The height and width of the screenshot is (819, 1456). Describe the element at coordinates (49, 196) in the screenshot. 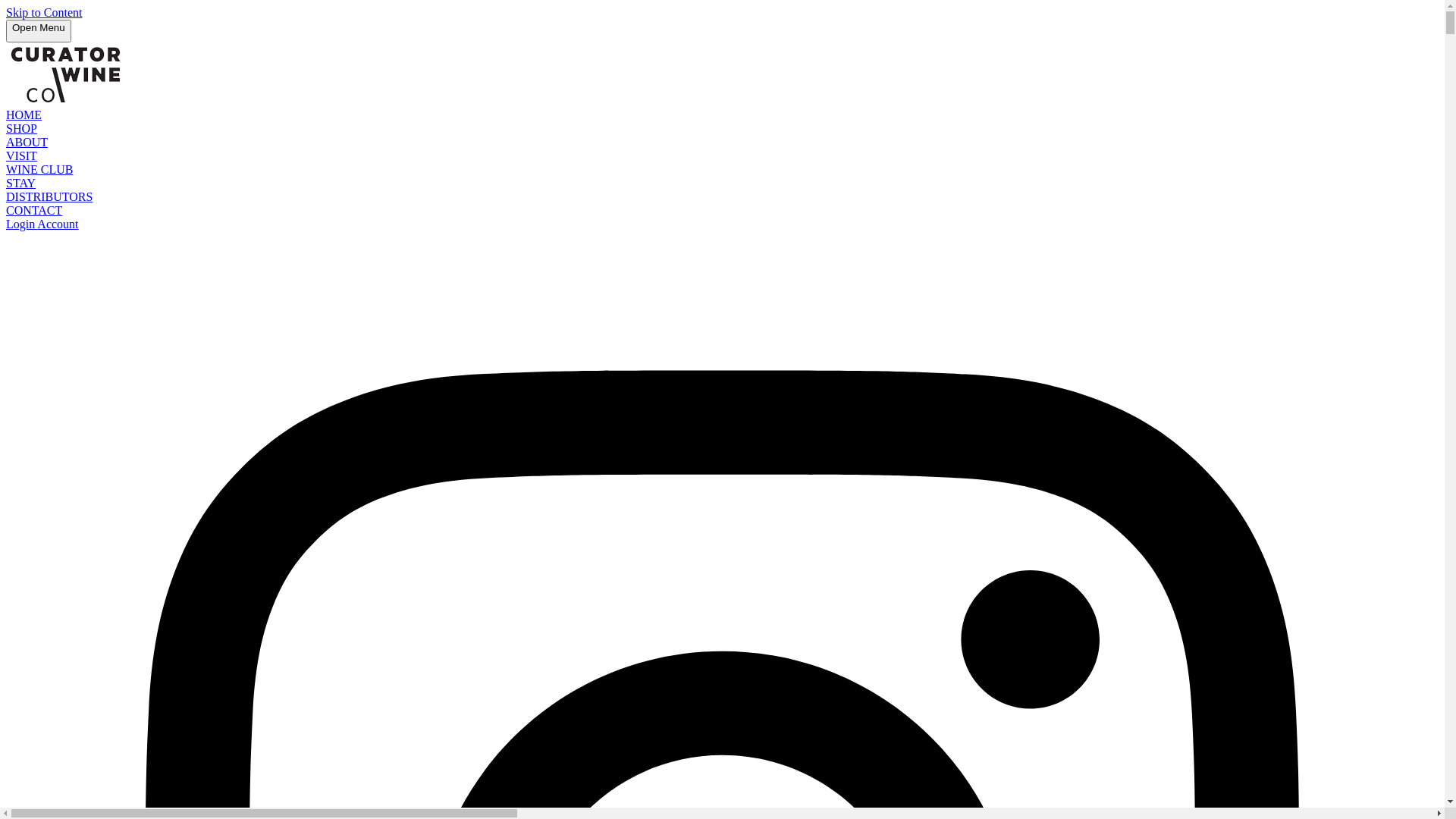

I see `'DISTRIBUTORS'` at that location.